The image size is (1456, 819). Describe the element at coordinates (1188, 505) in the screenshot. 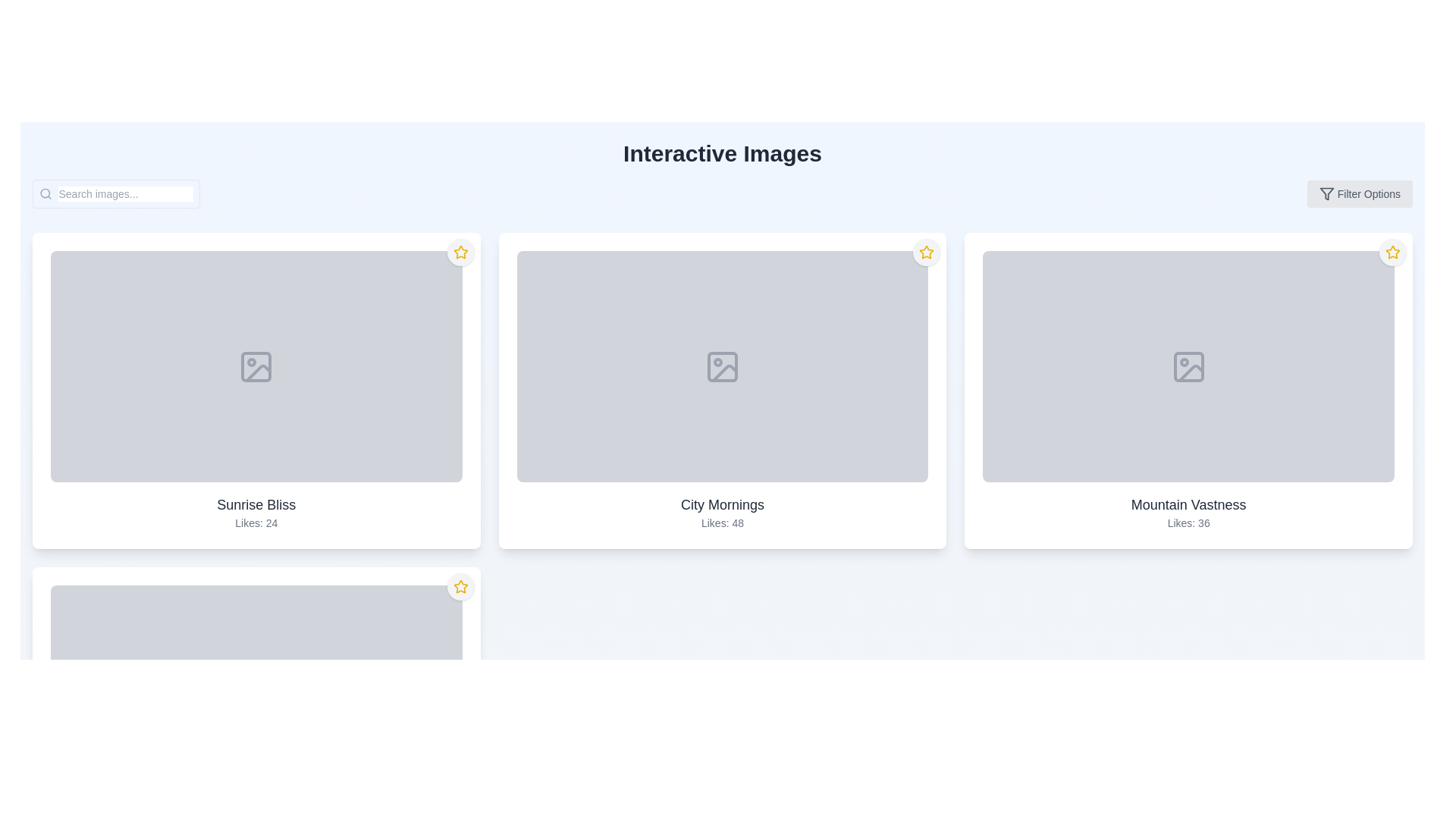

I see `the text label displaying the title 'Mountain Vastness', which is styled with a larger font size and is positioned below a visual placeholder` at that location.